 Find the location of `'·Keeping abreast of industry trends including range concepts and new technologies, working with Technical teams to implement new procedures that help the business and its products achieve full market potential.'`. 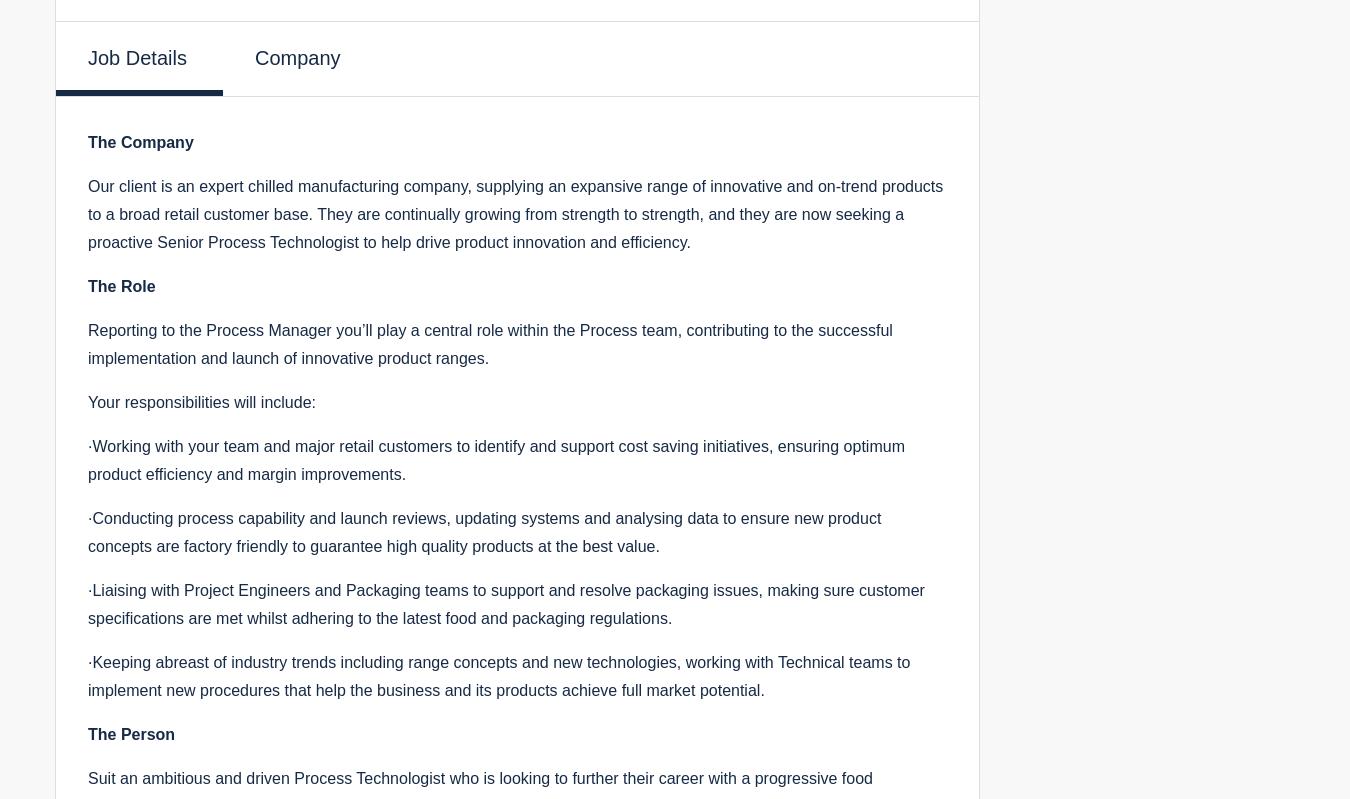

'·Keeping abreast of industry trends including range concepts and new technologies, working with Technical teams to implement new procedures that help the business and its products achieve full market potential.' is located at coordinates (497, 674).